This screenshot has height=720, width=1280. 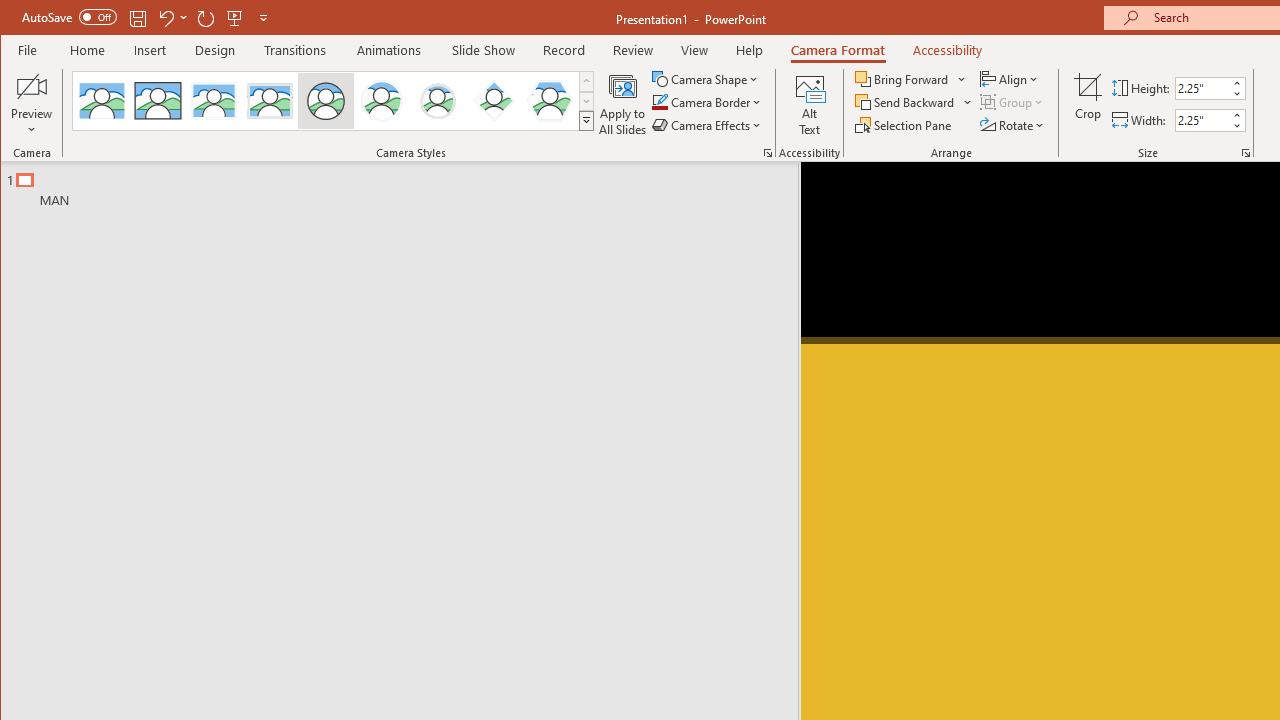 What do you see at coordinates (659, 102) in the screenshot?
I see `'Camera Border Blue, Accent 1'` at bounding box center [659, 102].